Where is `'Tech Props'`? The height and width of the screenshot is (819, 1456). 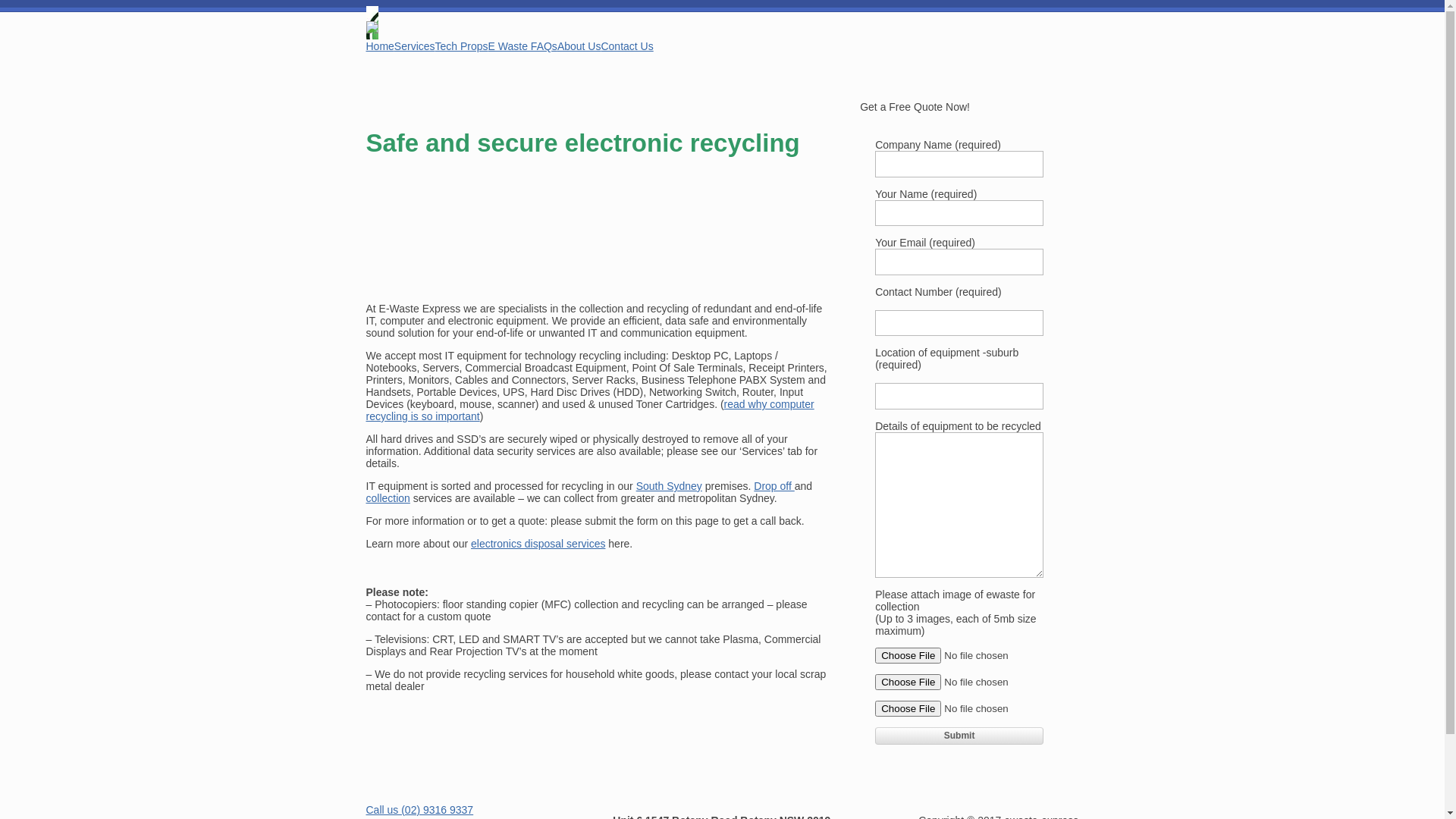
'Tech Props' is located at coordinates (461, 45).